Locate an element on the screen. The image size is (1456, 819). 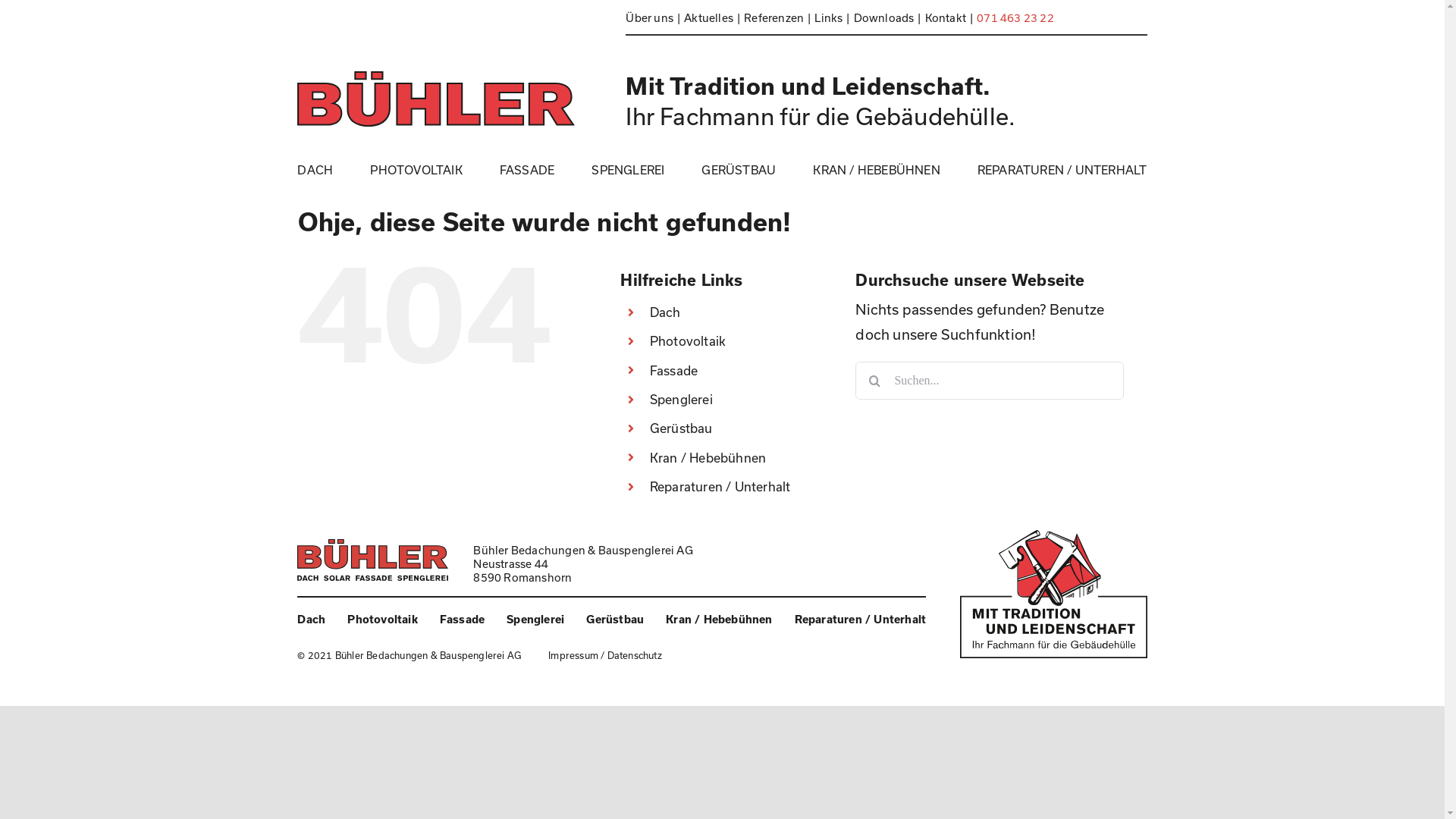
'Dach' is located at coordinates (310, 619).